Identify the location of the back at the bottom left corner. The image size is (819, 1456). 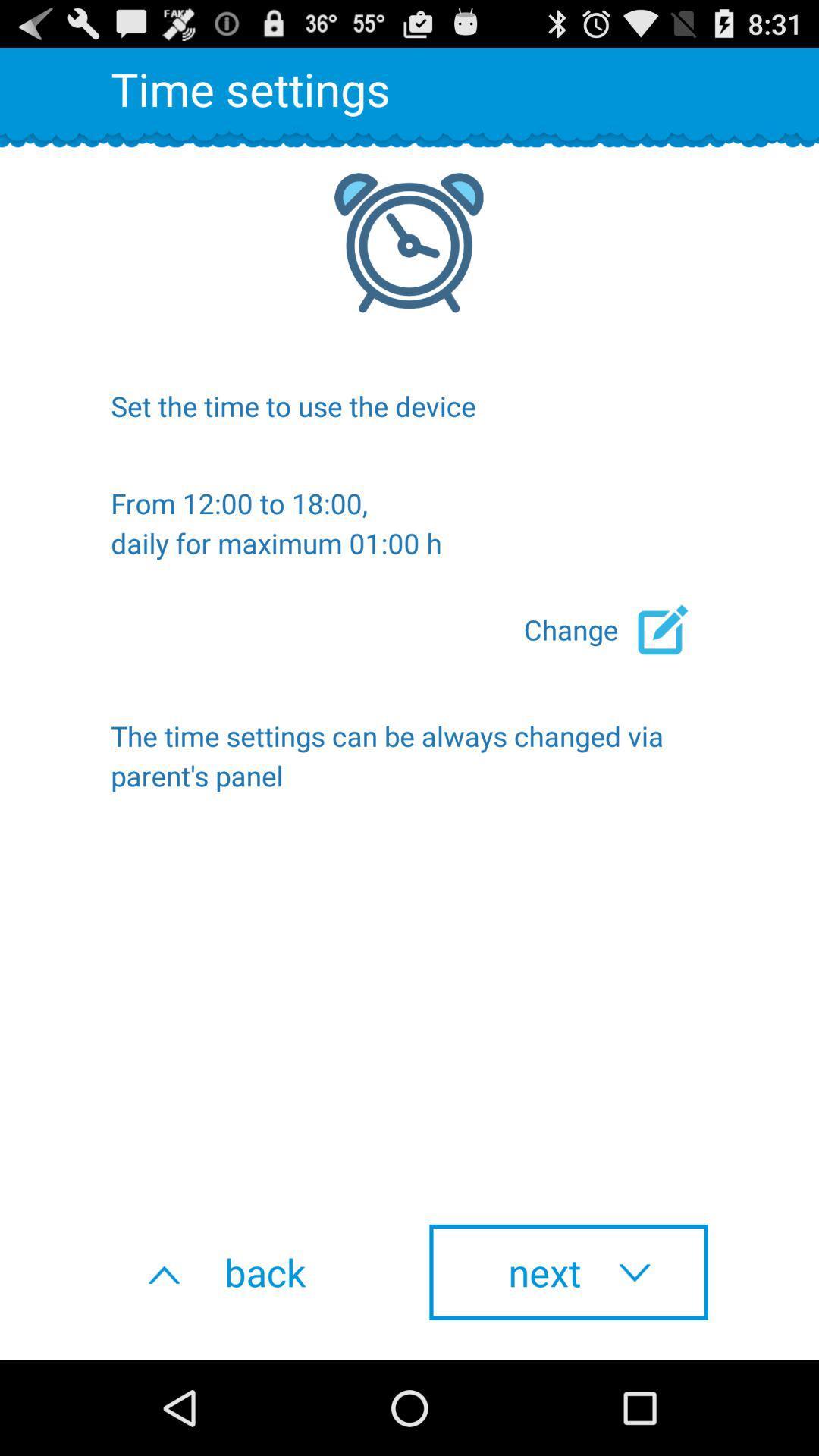
(249, 1272).